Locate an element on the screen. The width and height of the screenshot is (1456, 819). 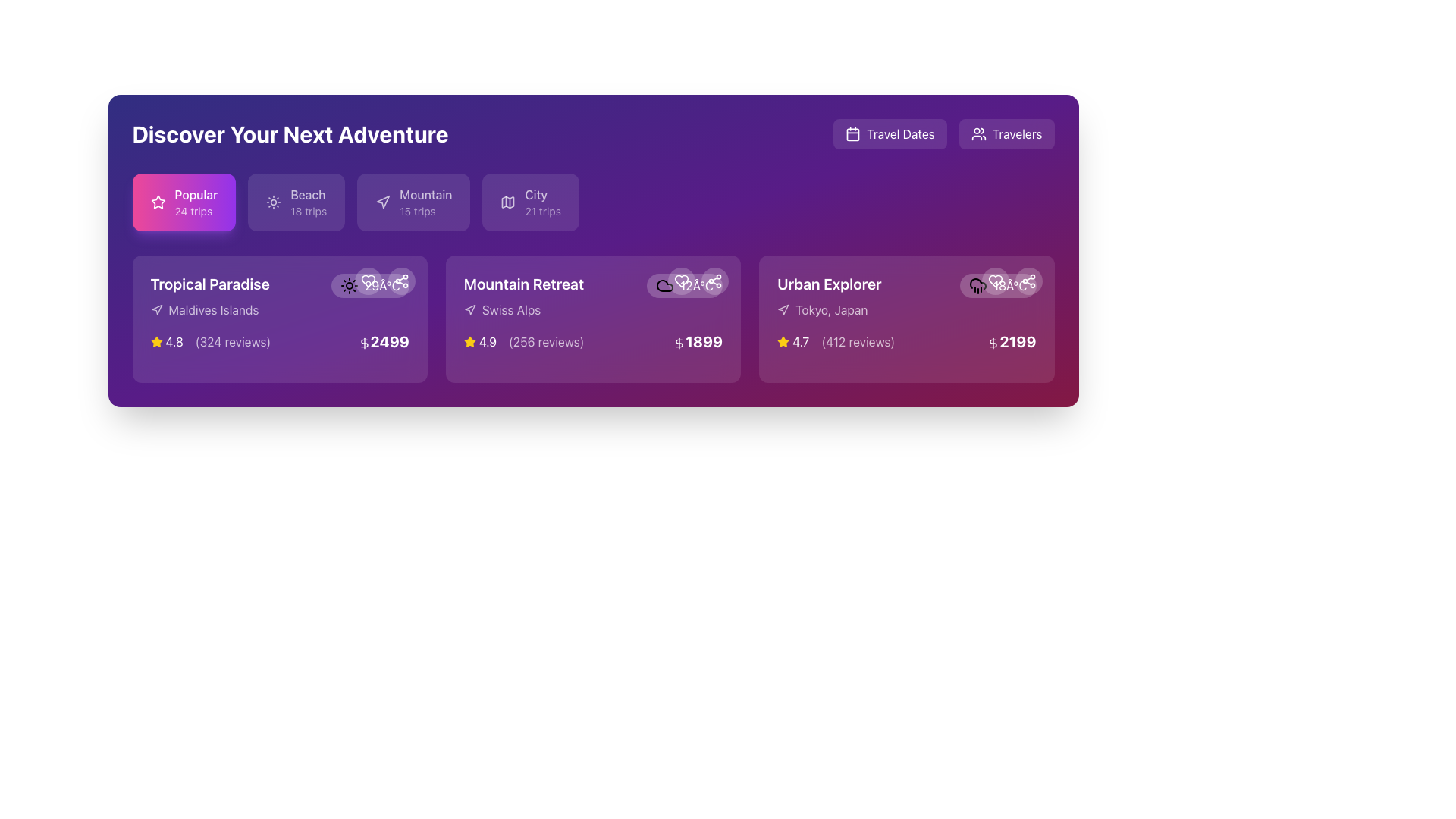
the calendar icon located in the 'Travel Dates' button at the top-right section of the interface is located at coordinates (853, 133).